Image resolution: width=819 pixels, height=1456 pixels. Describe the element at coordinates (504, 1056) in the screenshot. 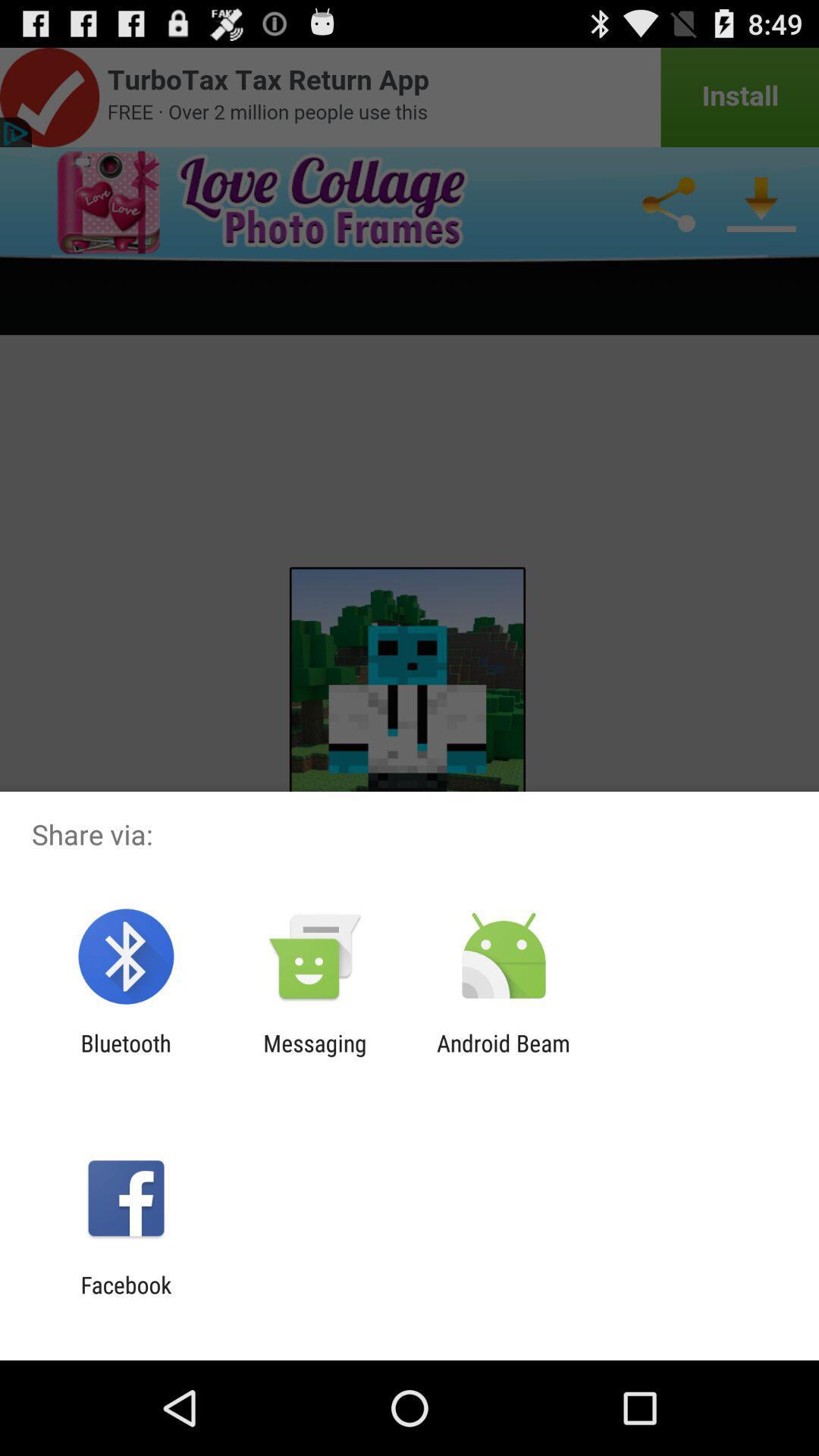

I see `app next to the messaging app` at that location.